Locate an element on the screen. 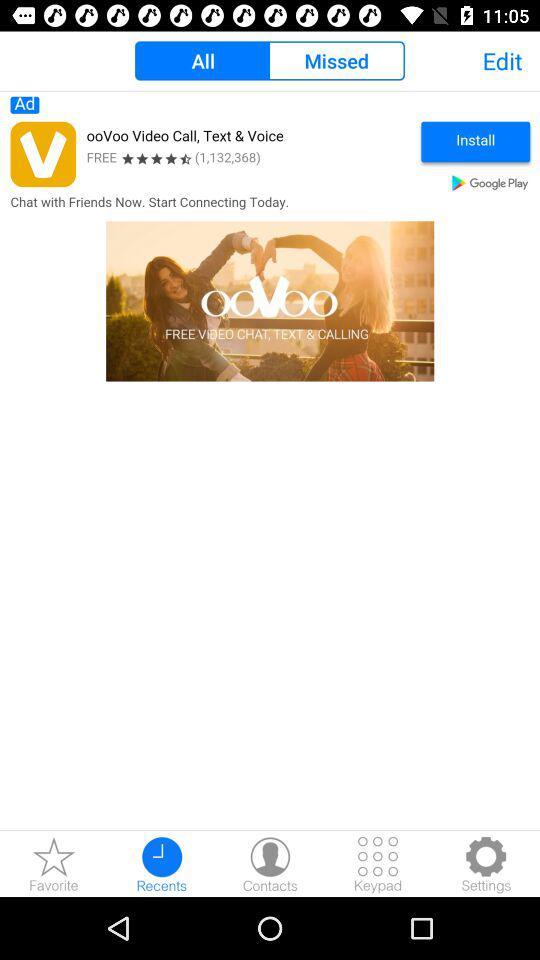  keypad open is located at coordinates (378, 863).